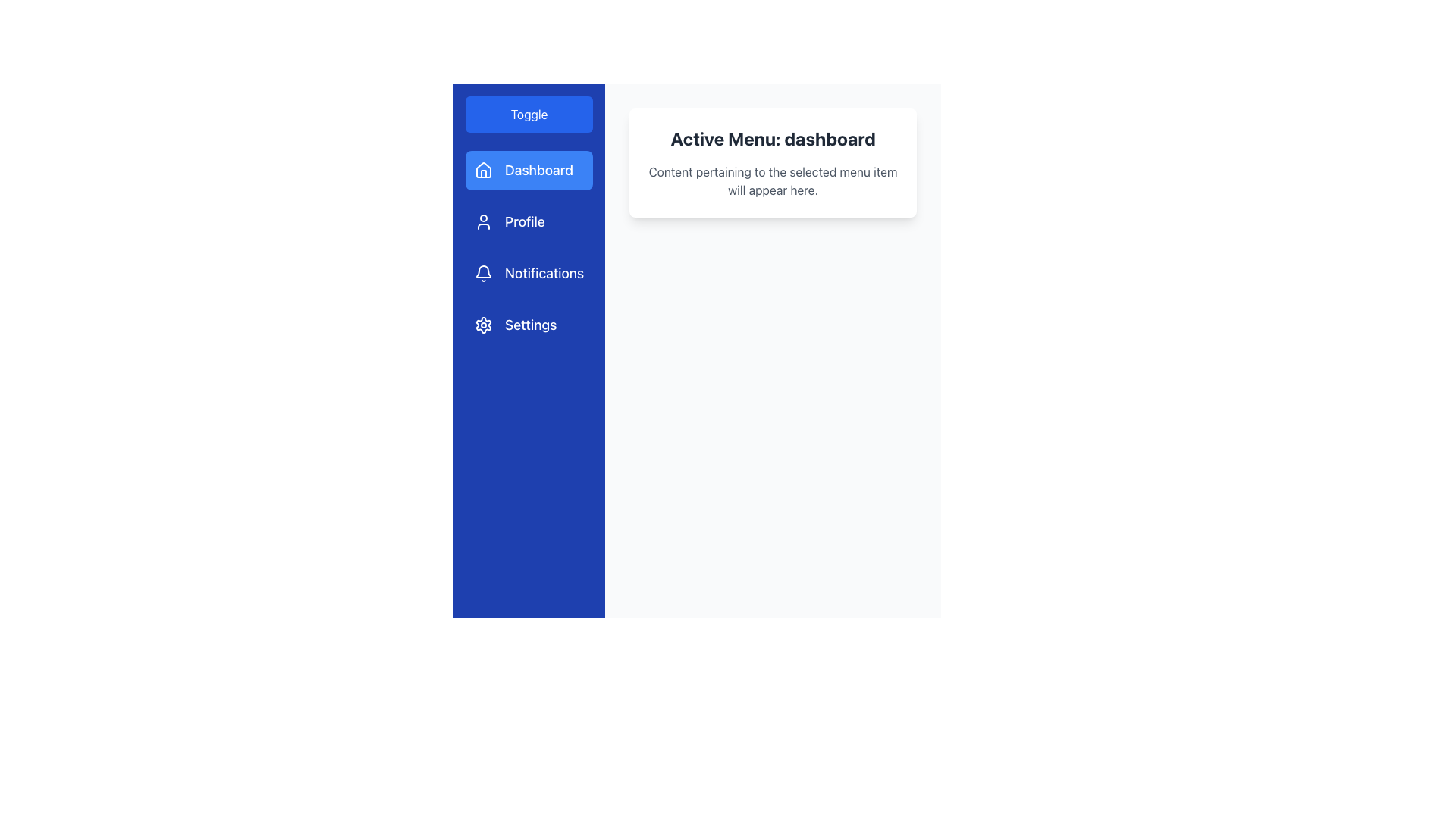  I want to click on the fourth button in the vertically arranged sidebar menu, so click(529, 324).